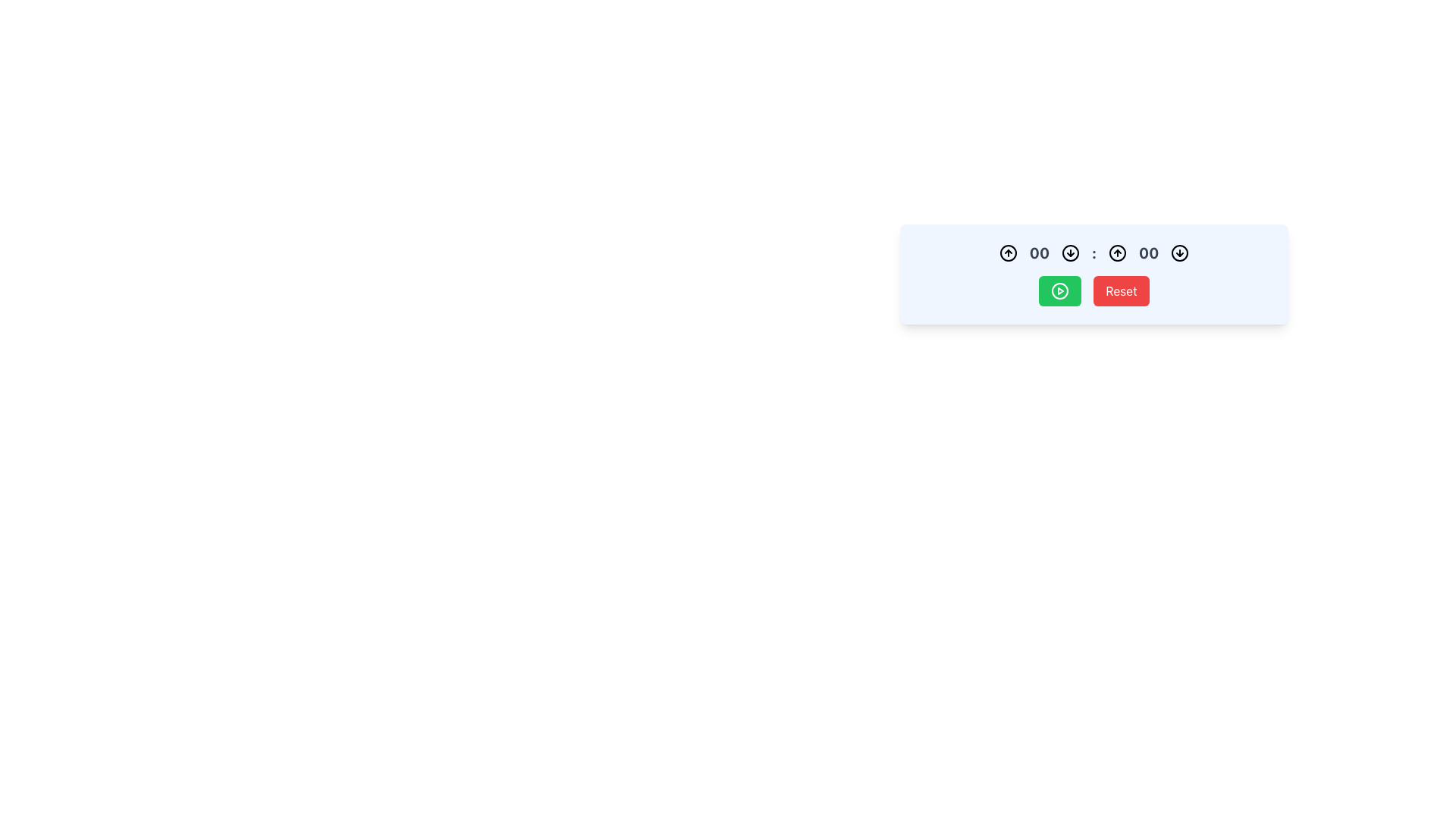 Image resolution: width=1456 pixels, height=819 pixels. What do you see at coordinates (1094, 253) in the screenshot?
I see `the colon text element that visually organizes numeric values in a time display layout, positioned centrally between '00' on each side` at bounding box center [1094, 253].